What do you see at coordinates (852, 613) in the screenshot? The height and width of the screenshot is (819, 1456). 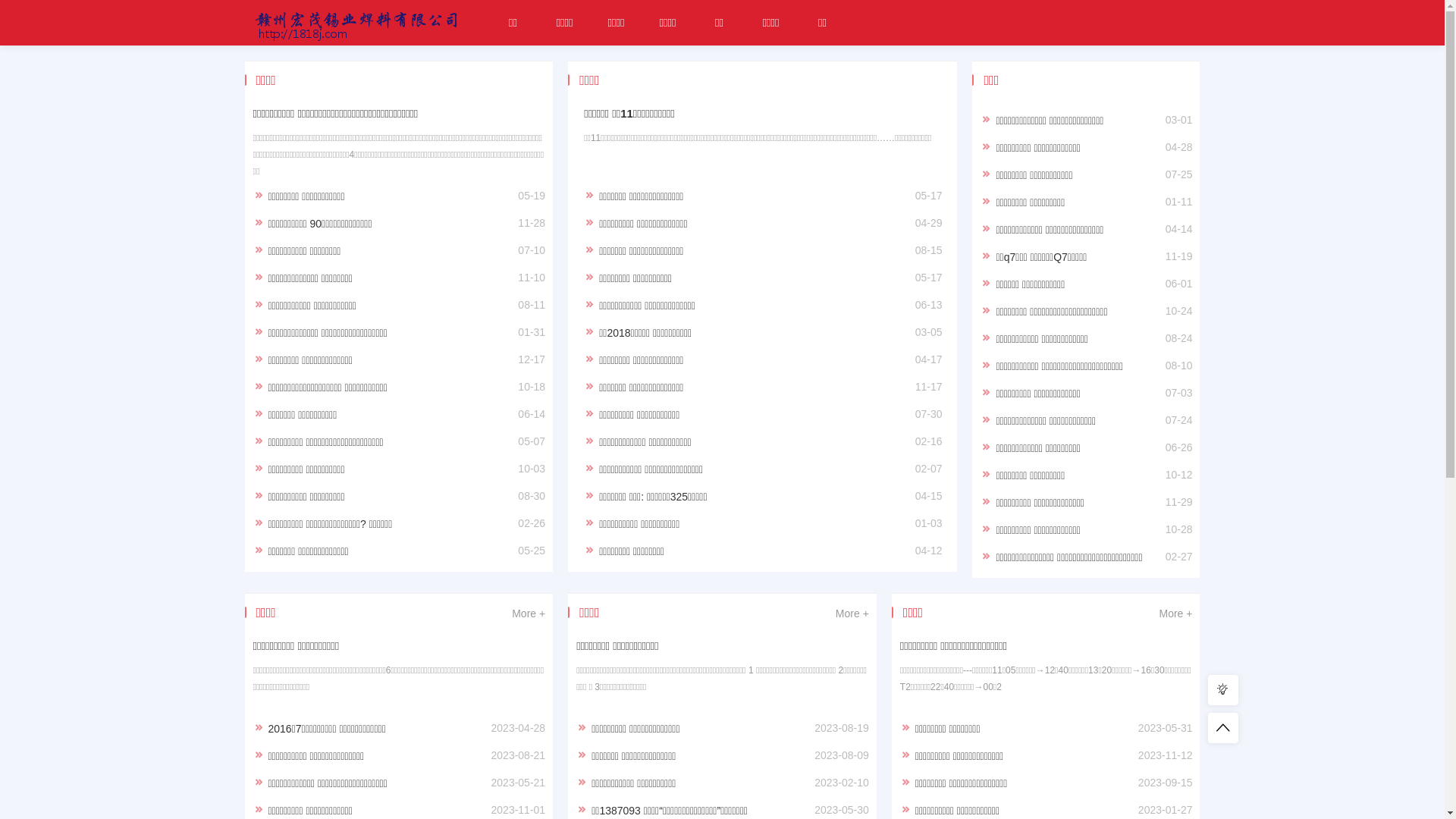 I see `'More +'` at bounding box center [852, 613].